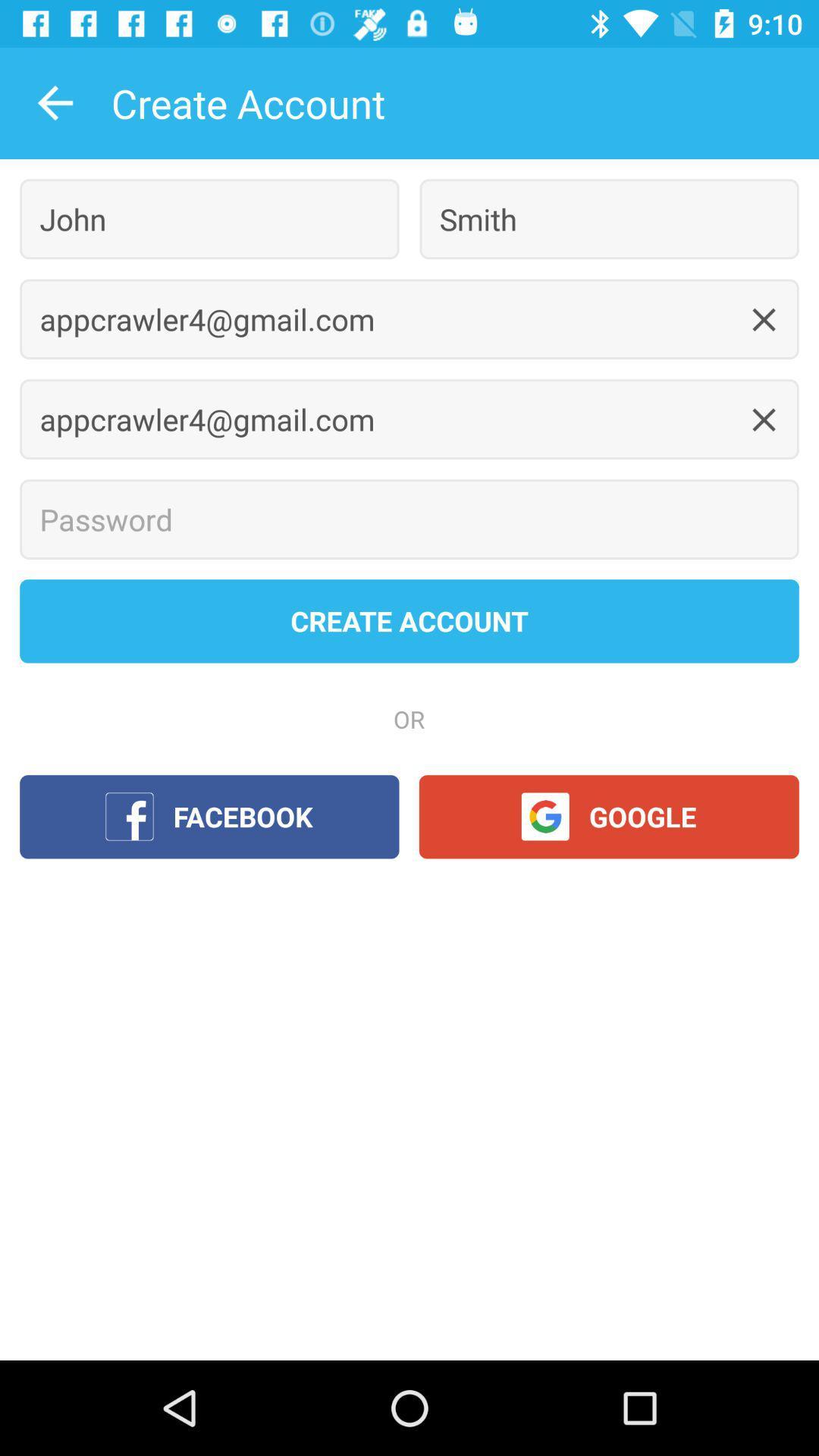 This screenshot has height=1456, width=819. What do you see at coordinates (209, 218) in the screenshot?
I see `the item to the left of smith` at bounding box center [209, 218].